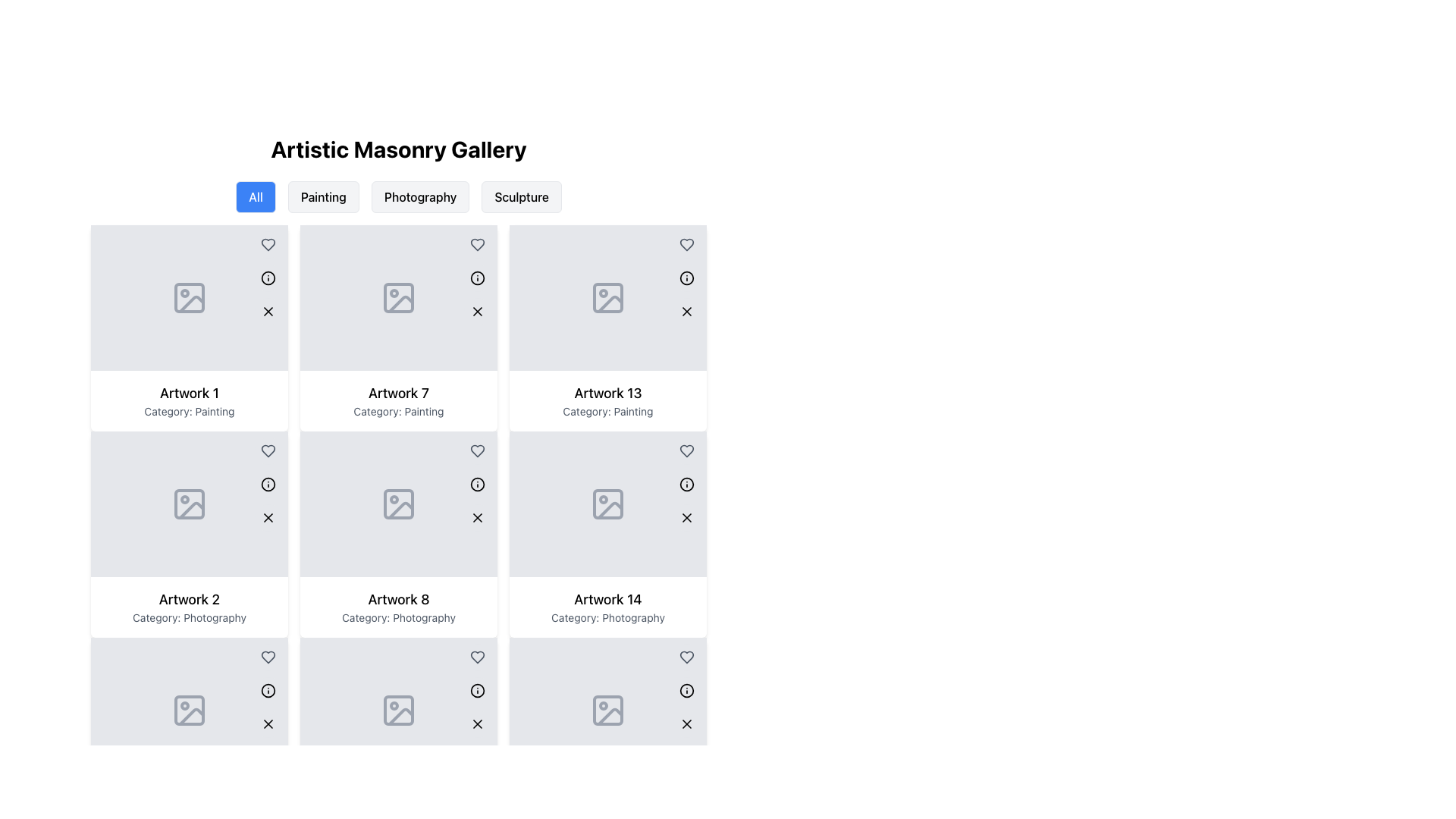 The height and width of the screenshot is (819, 1456). Describe the element at coordinates (686, 485) in the screenshot. I see `the 'info' icon button located in the top-right corner of the 'Artwork 13' box` at that location.